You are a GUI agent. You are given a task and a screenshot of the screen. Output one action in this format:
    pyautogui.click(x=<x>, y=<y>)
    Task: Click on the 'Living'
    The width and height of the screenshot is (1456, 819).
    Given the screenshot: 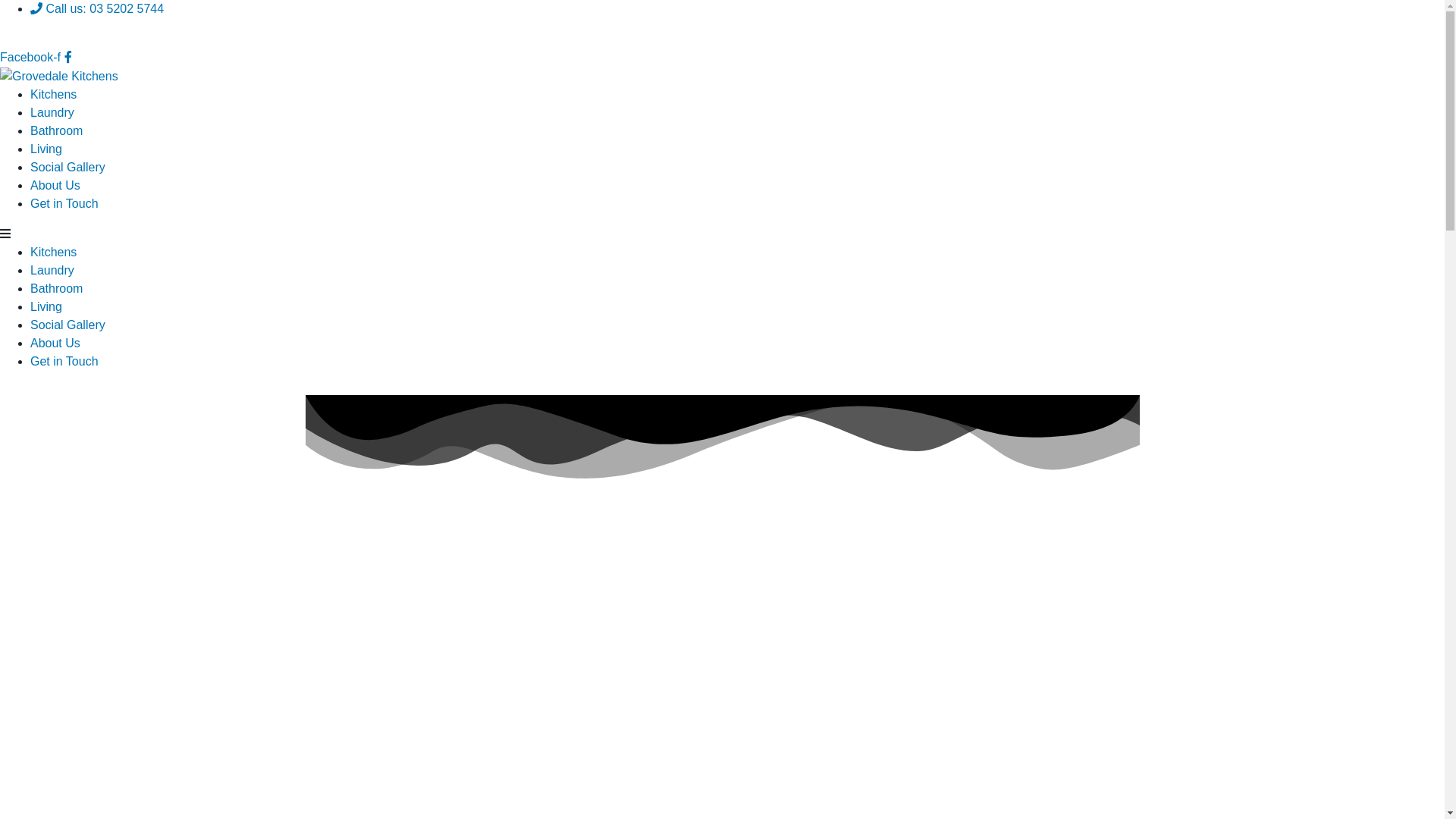 What is the action you would take?
    pyautogui.click(x=46, y=306)
    